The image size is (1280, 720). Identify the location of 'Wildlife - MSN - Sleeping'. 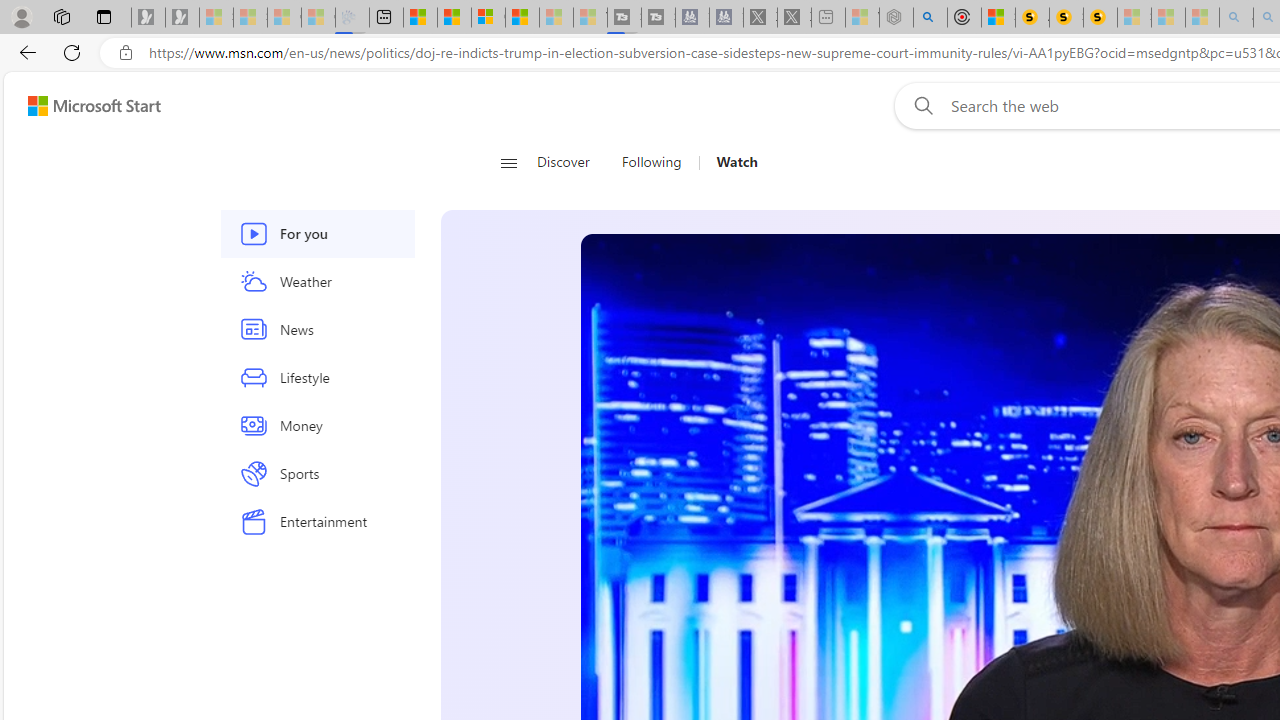
(862, 17).